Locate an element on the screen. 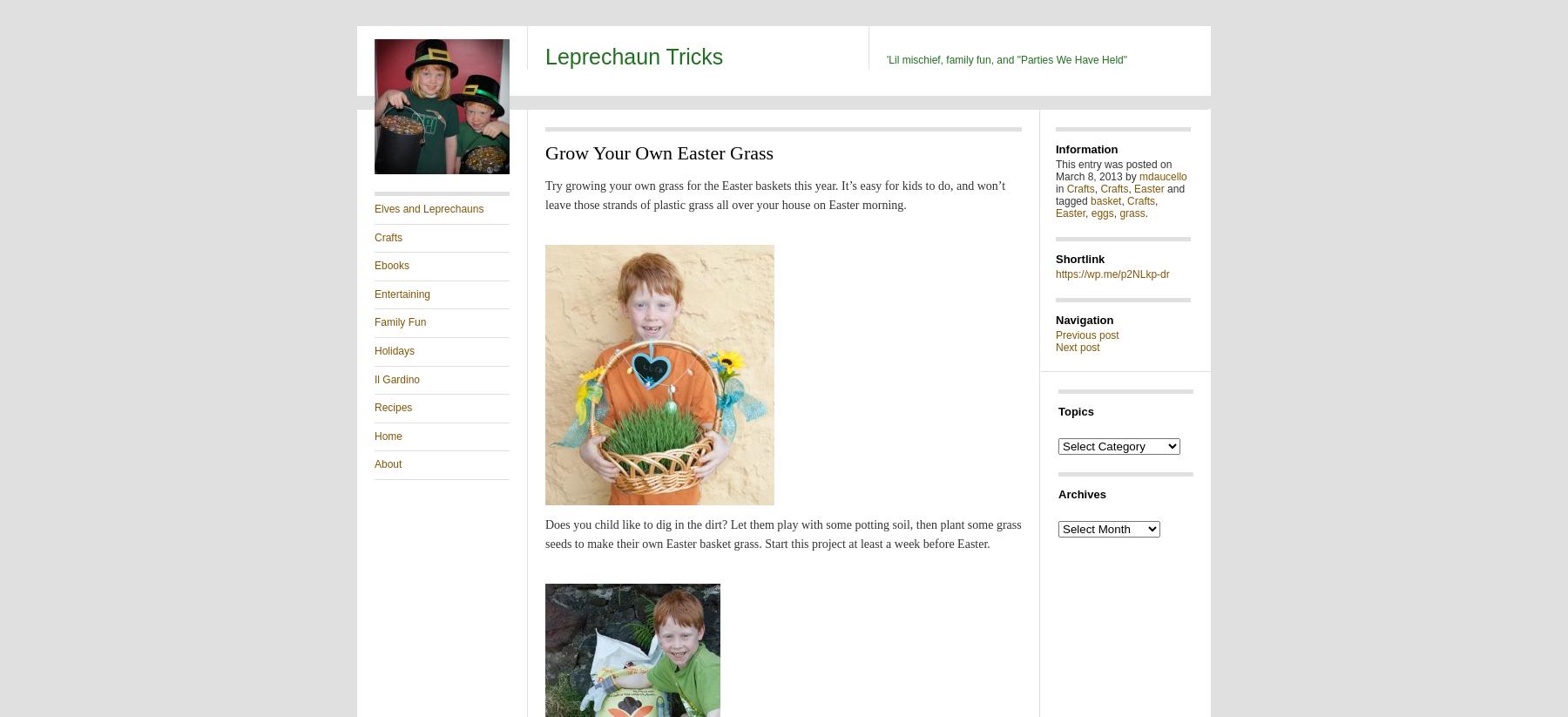 The height and width of the screenshot is (717, 1568). 'About' is located at coordinates (388, 463).